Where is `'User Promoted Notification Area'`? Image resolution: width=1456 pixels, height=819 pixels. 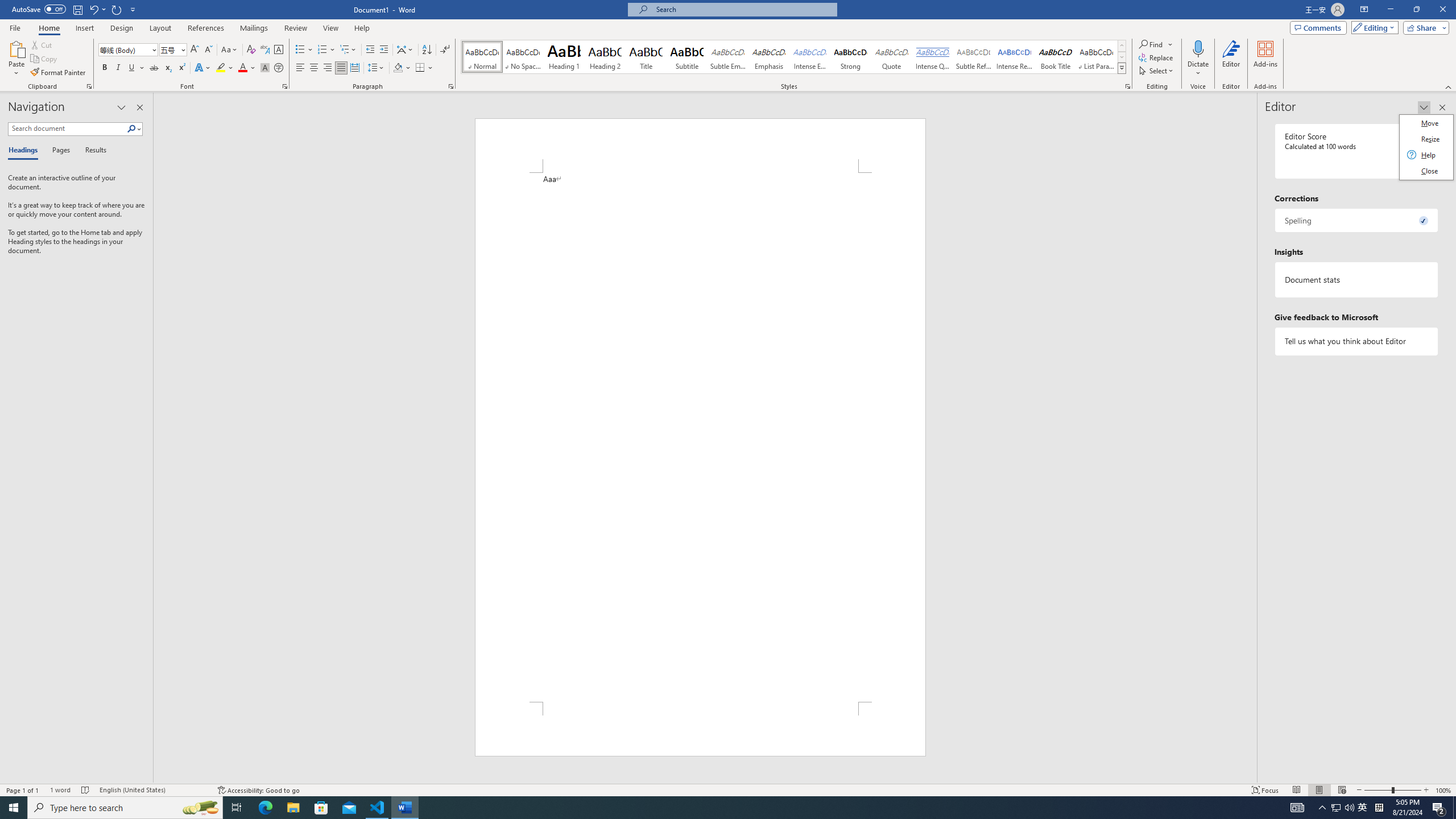 'User Promoted Notification Area' is located at coordinates (1342, 806).